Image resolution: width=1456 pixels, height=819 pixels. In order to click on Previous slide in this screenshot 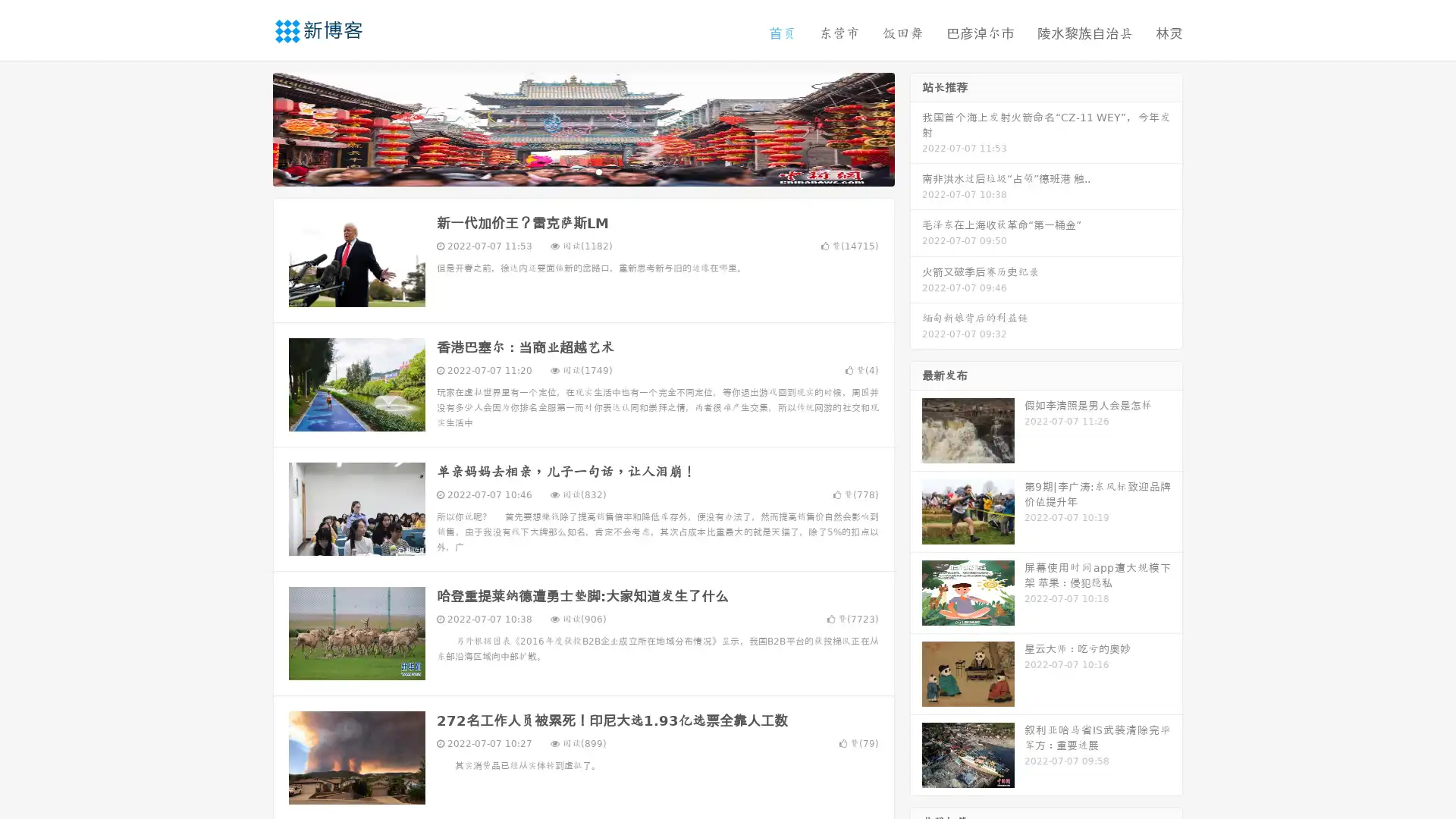, I will do `click(250, 127)`.